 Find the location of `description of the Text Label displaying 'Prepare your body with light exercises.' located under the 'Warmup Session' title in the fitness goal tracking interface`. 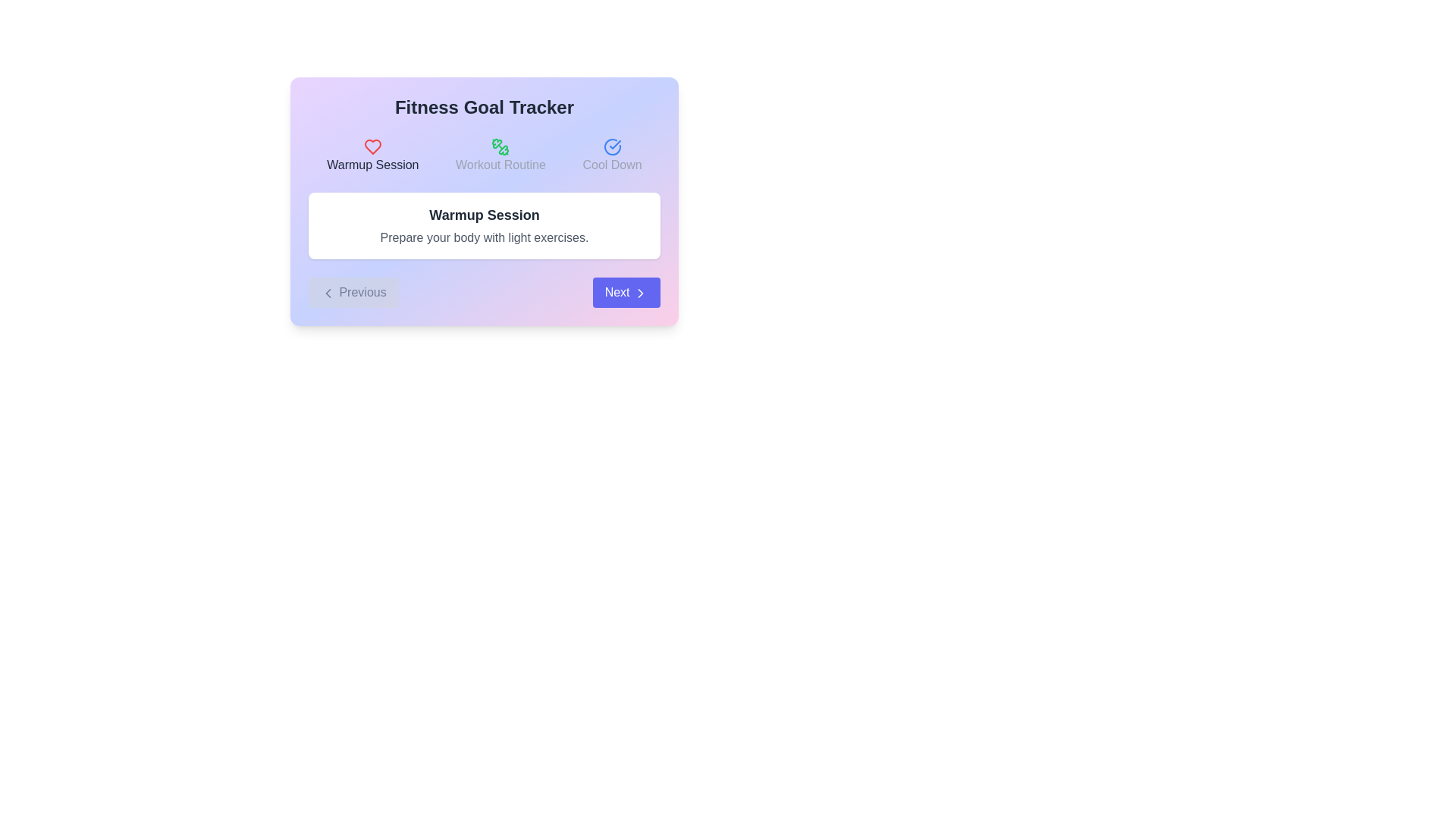

description of the Text Label displaying 'Prepare your body with light exercises.' located under the 'Warmup Session' title in the fitness goal tracking interface is located at coordinates (483, 237).